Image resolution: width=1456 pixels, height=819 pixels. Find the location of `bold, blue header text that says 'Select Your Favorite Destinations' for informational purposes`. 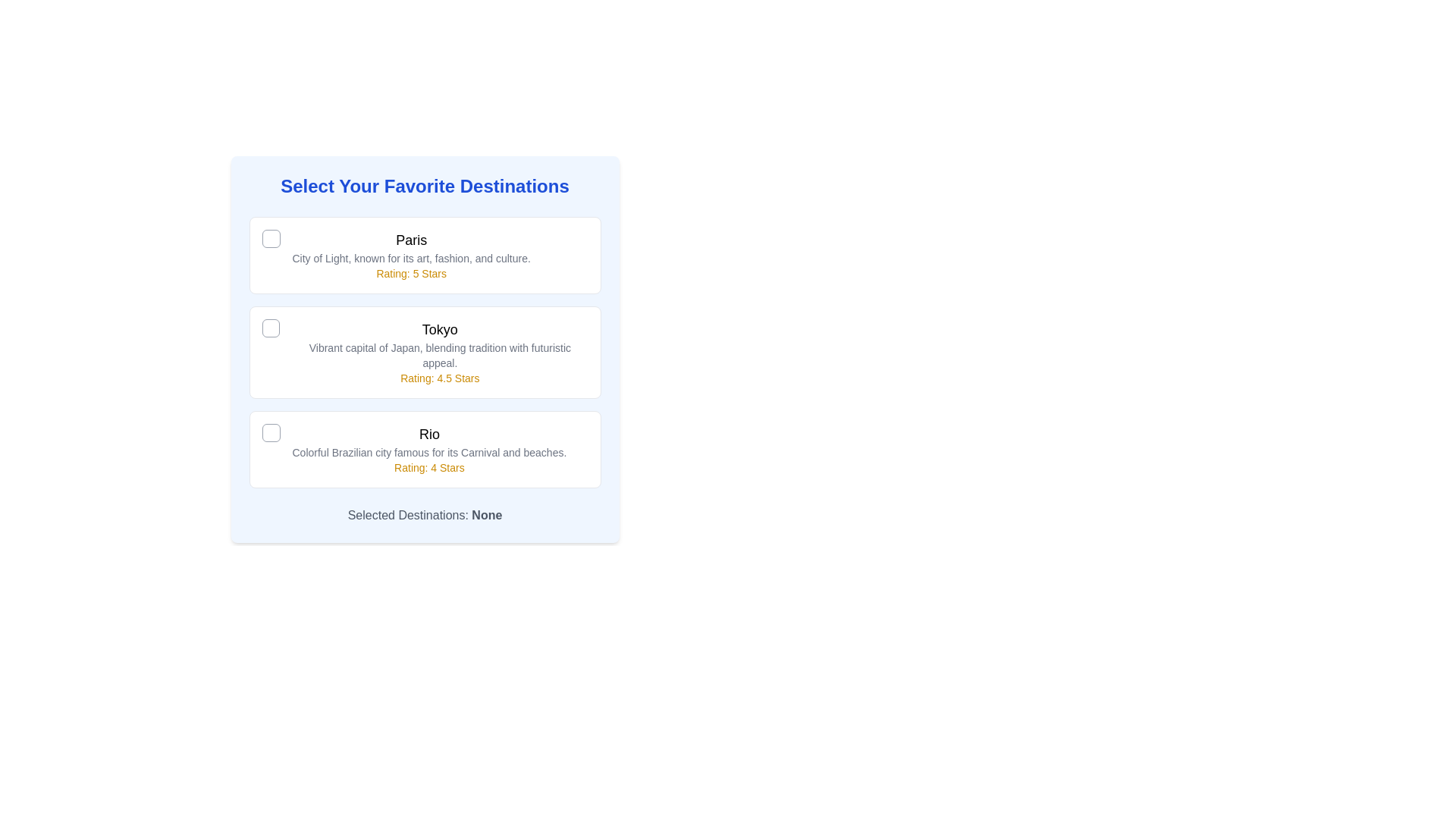

bold, blue header text that says 'Select Your Favorite Destinations' for informational purposes is located at coordinates (425, 186).